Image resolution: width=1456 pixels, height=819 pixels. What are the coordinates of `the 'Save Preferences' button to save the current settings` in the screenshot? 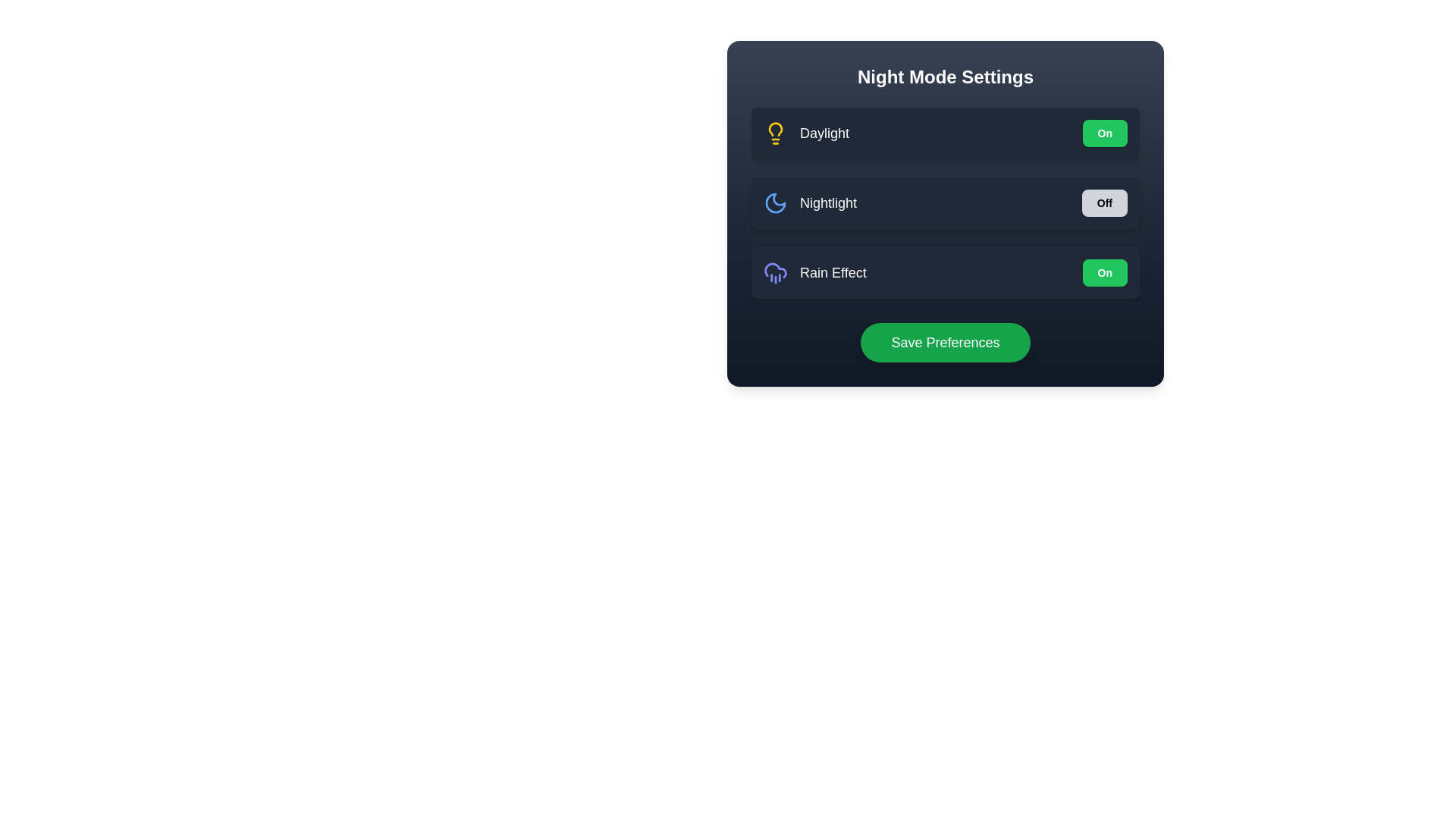 It's located at (945, 342).